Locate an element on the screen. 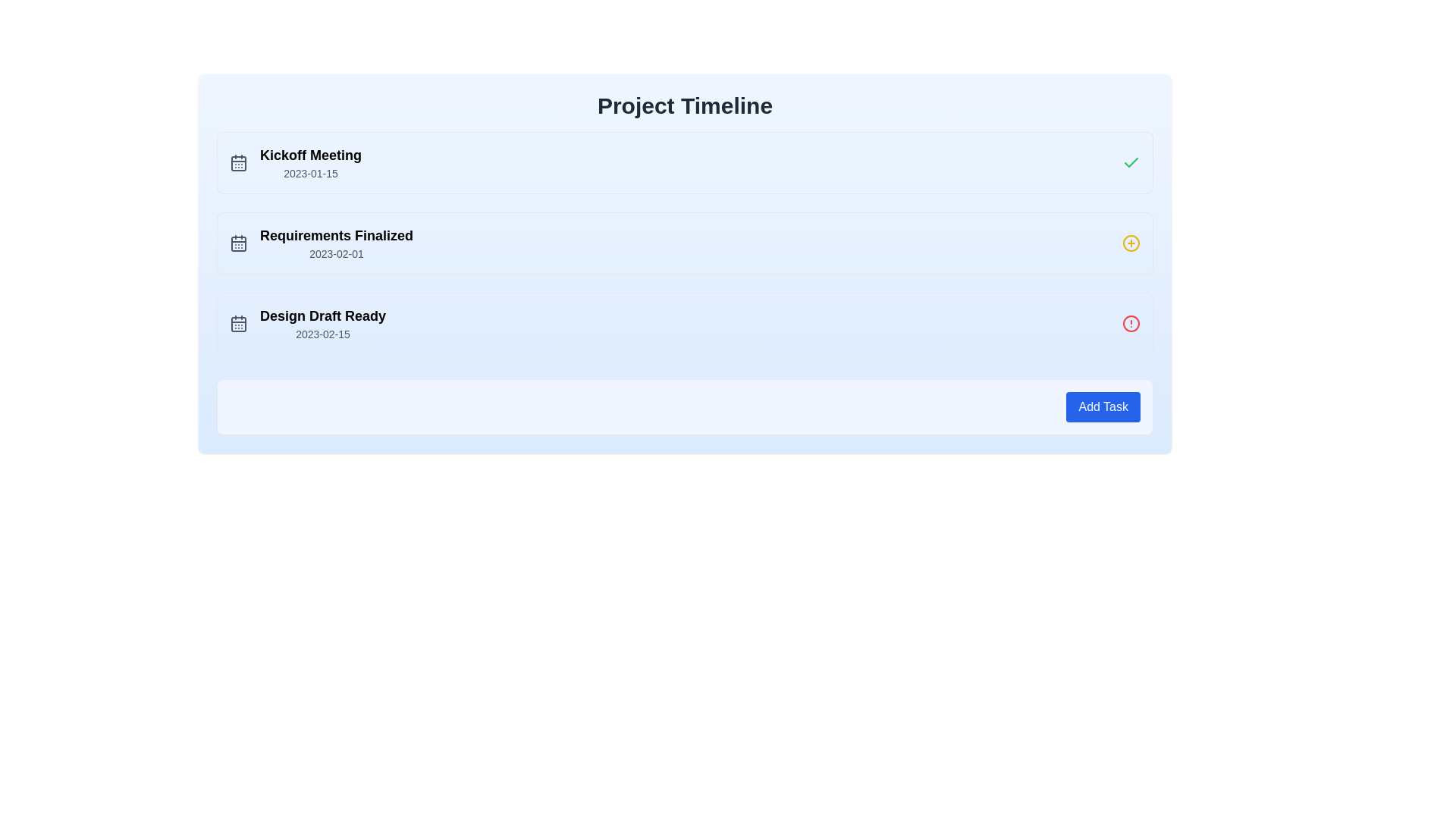 This screenshot has height=819, width=1456. the third item in the project timeline list that displays a milestone or task title and date is located at coordinates (307, 323).